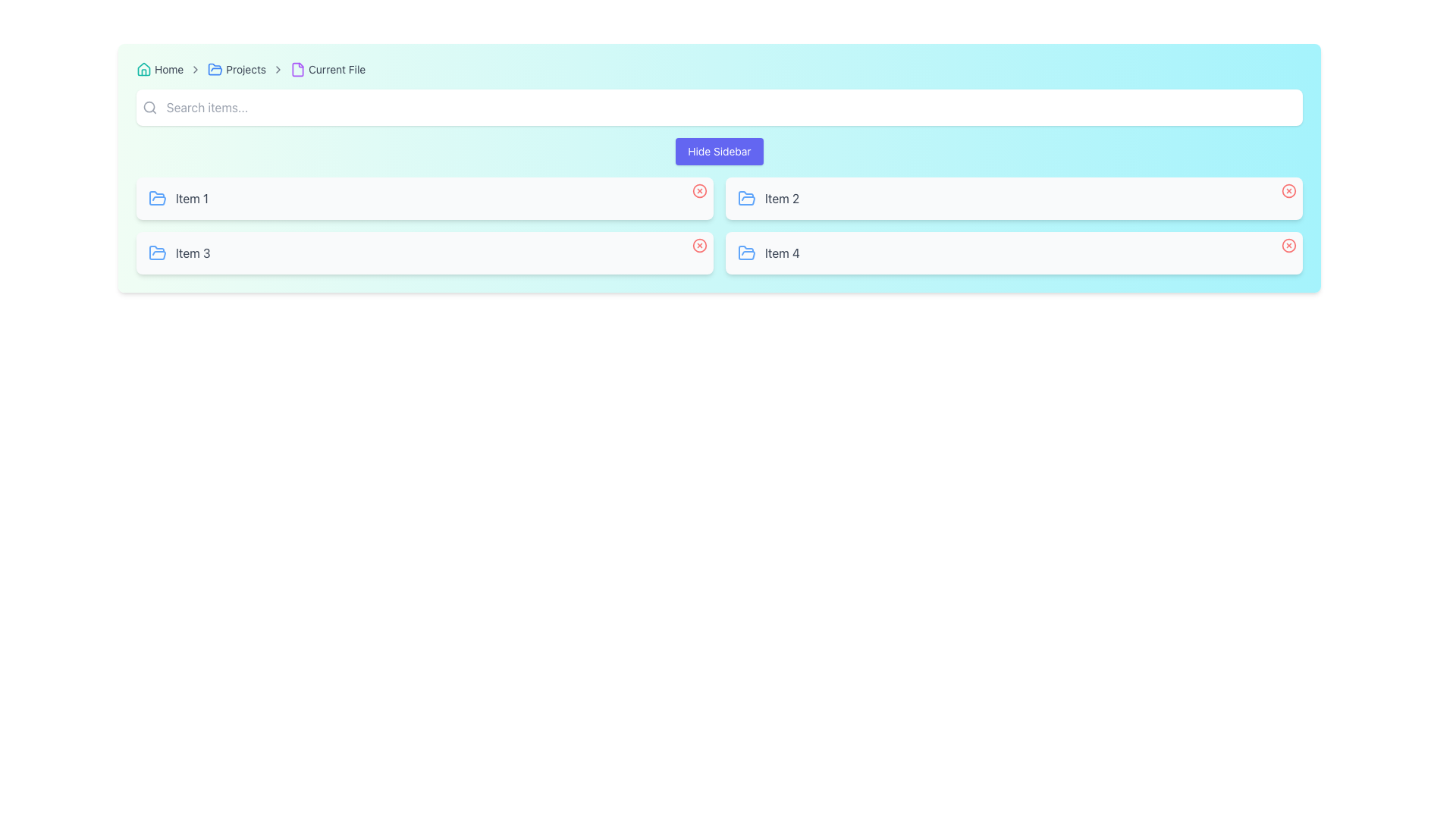 The width and height of the screenshot is (1456, 819). Describe the element at coordinates (215, 70) in the screenshot. I see `the 'Projects' folder icon in the breadcrumb navigation` at that location.